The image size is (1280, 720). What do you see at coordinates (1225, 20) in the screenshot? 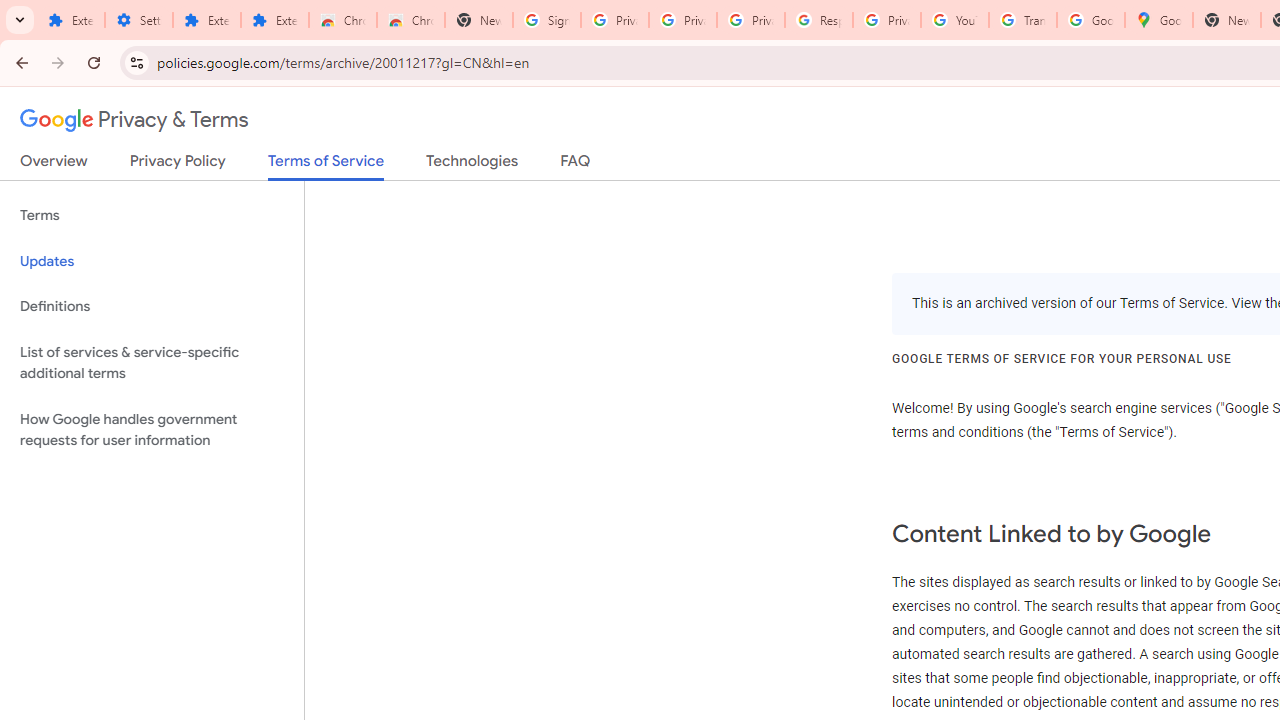
I see `'New Tab'` at bounding box center [1225, 20].